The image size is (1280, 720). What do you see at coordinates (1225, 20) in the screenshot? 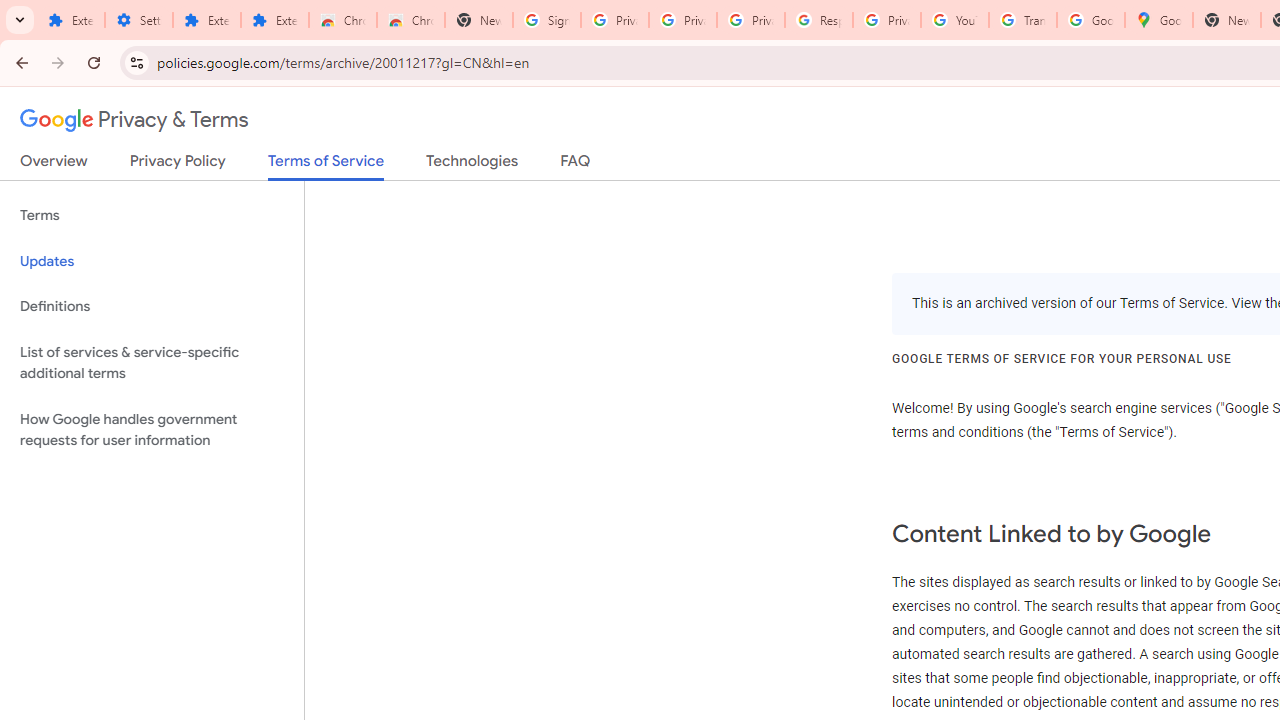
I see `'New Tab'` at bounding box center [1225, 20].